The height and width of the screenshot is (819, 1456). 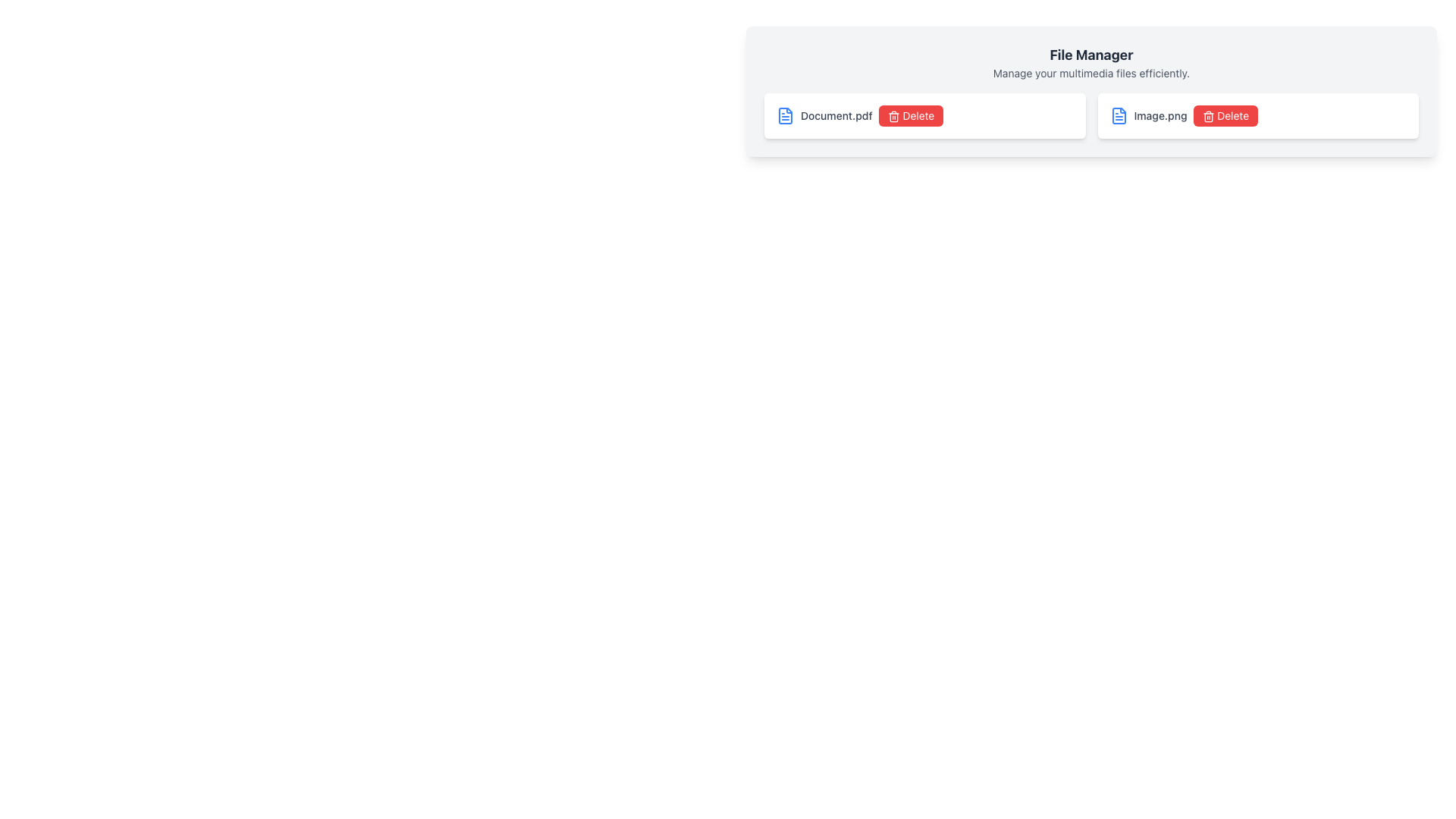 I want to click on heading 'File Manager' and the subheading 'Manage your multimedia files efficiently.' from the topmost text section of the file manager interface, so click(x=1090, y=62).